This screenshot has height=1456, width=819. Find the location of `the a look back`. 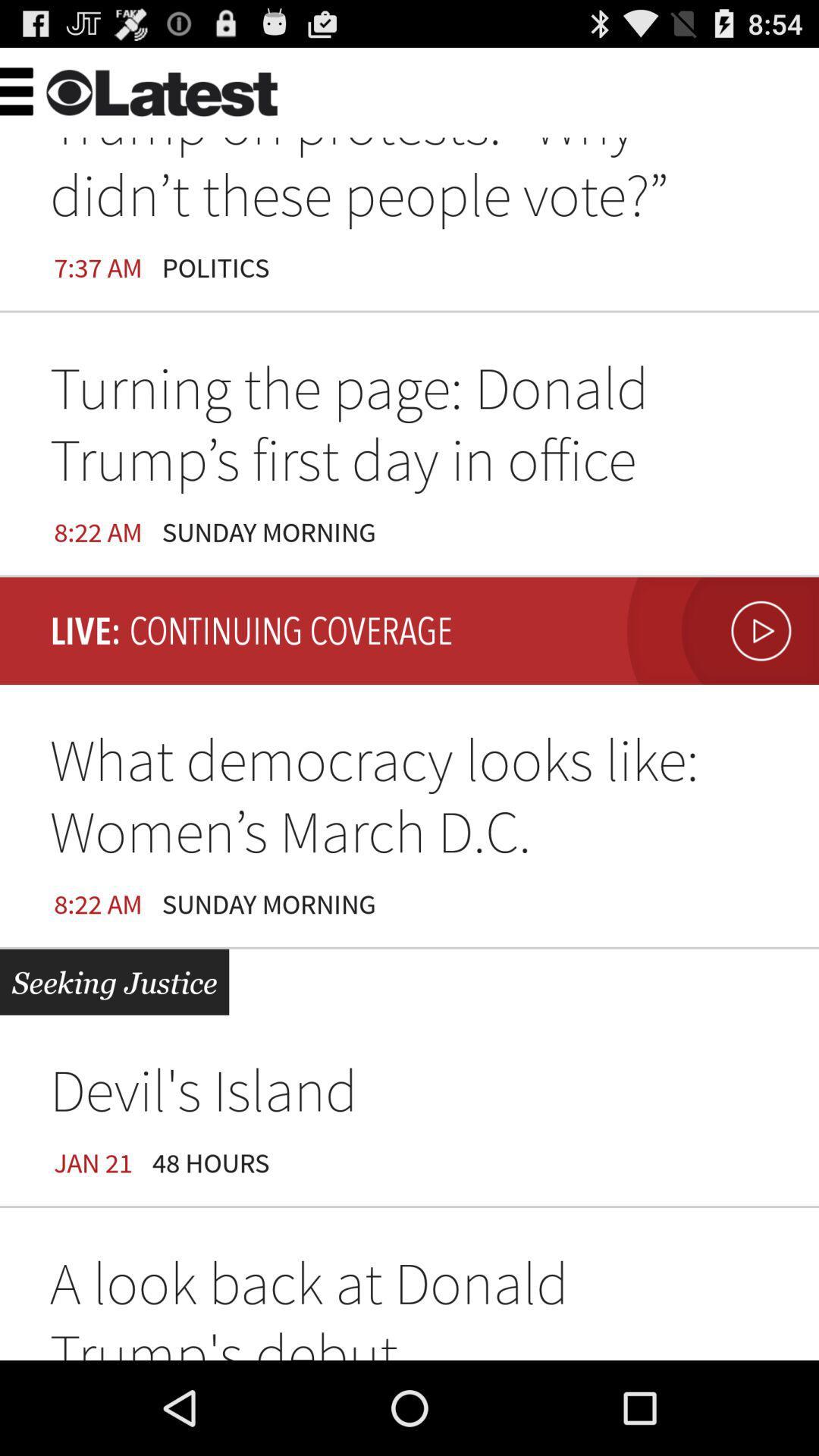

the a look back is located at coordinates (409, 1303).